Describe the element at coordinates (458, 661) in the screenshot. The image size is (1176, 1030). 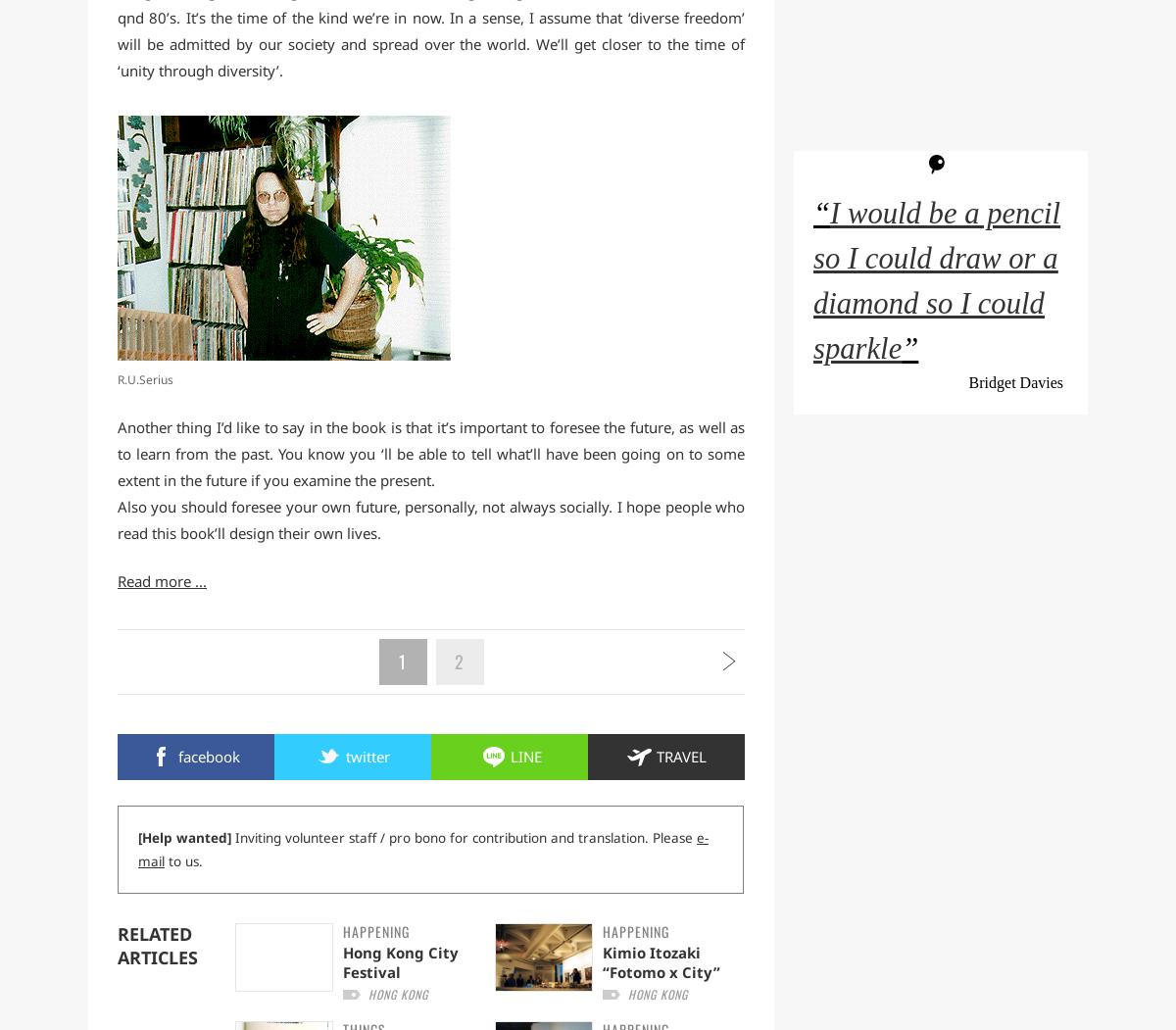
I see `'2'` at that location.